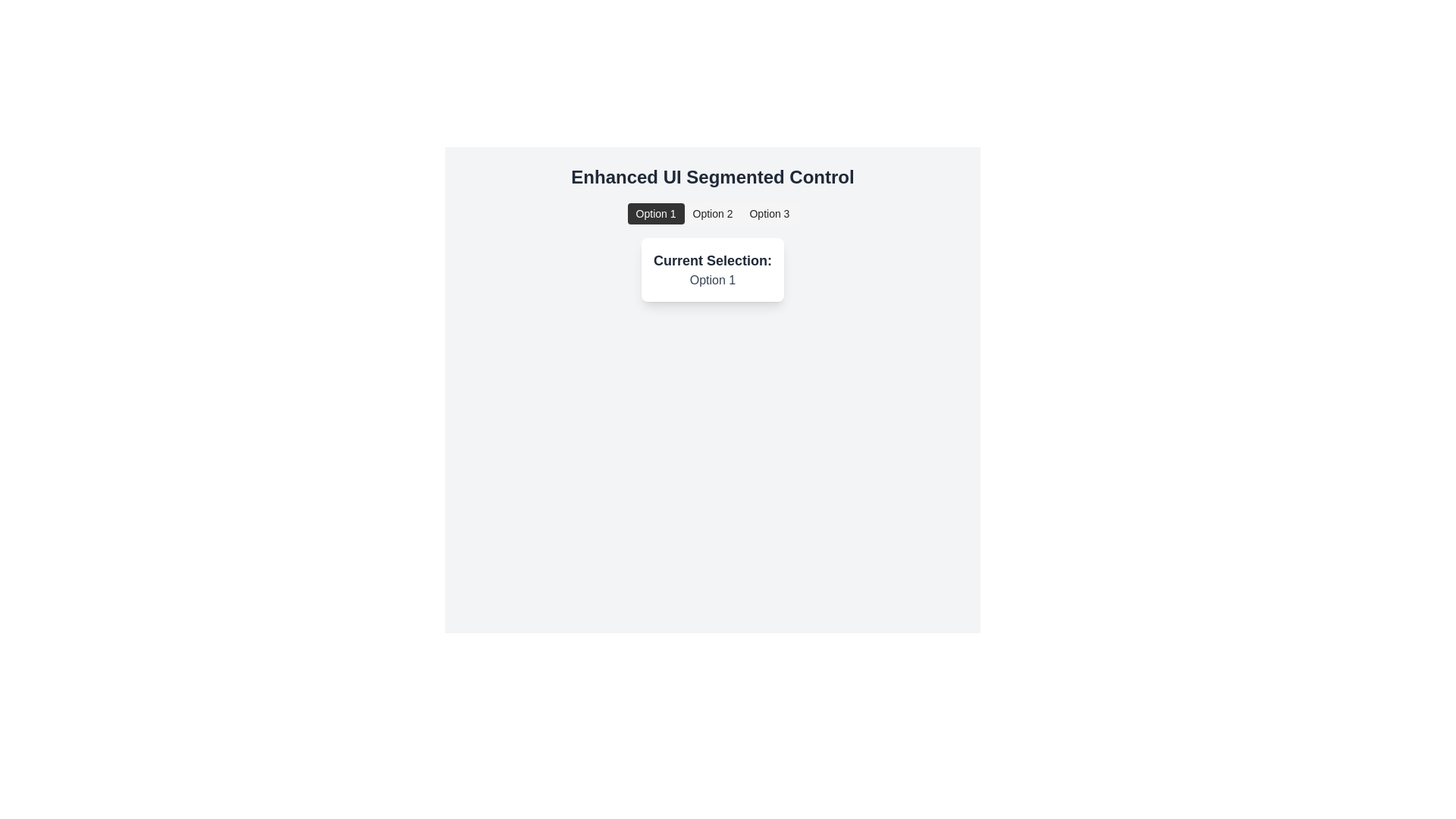 Image resolution: width=1456 pixels, height=819 pixels. I want to click on the radio button representing 'Option 2' in the segmented control group, so click(712, 213).